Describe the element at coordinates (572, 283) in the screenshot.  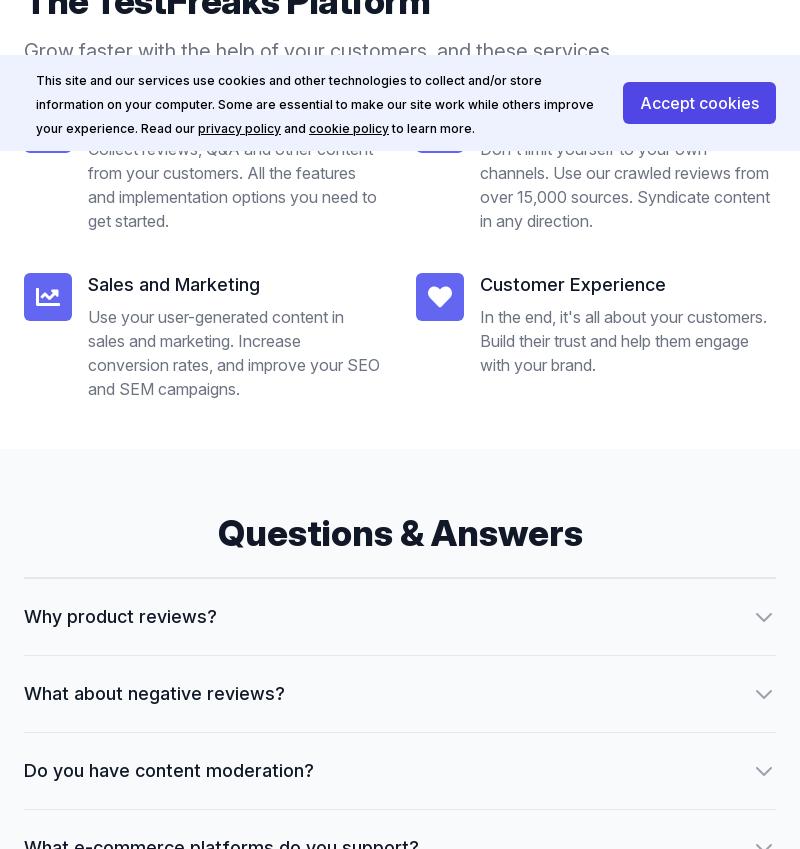
I see `'Customer Experience'` at that location.